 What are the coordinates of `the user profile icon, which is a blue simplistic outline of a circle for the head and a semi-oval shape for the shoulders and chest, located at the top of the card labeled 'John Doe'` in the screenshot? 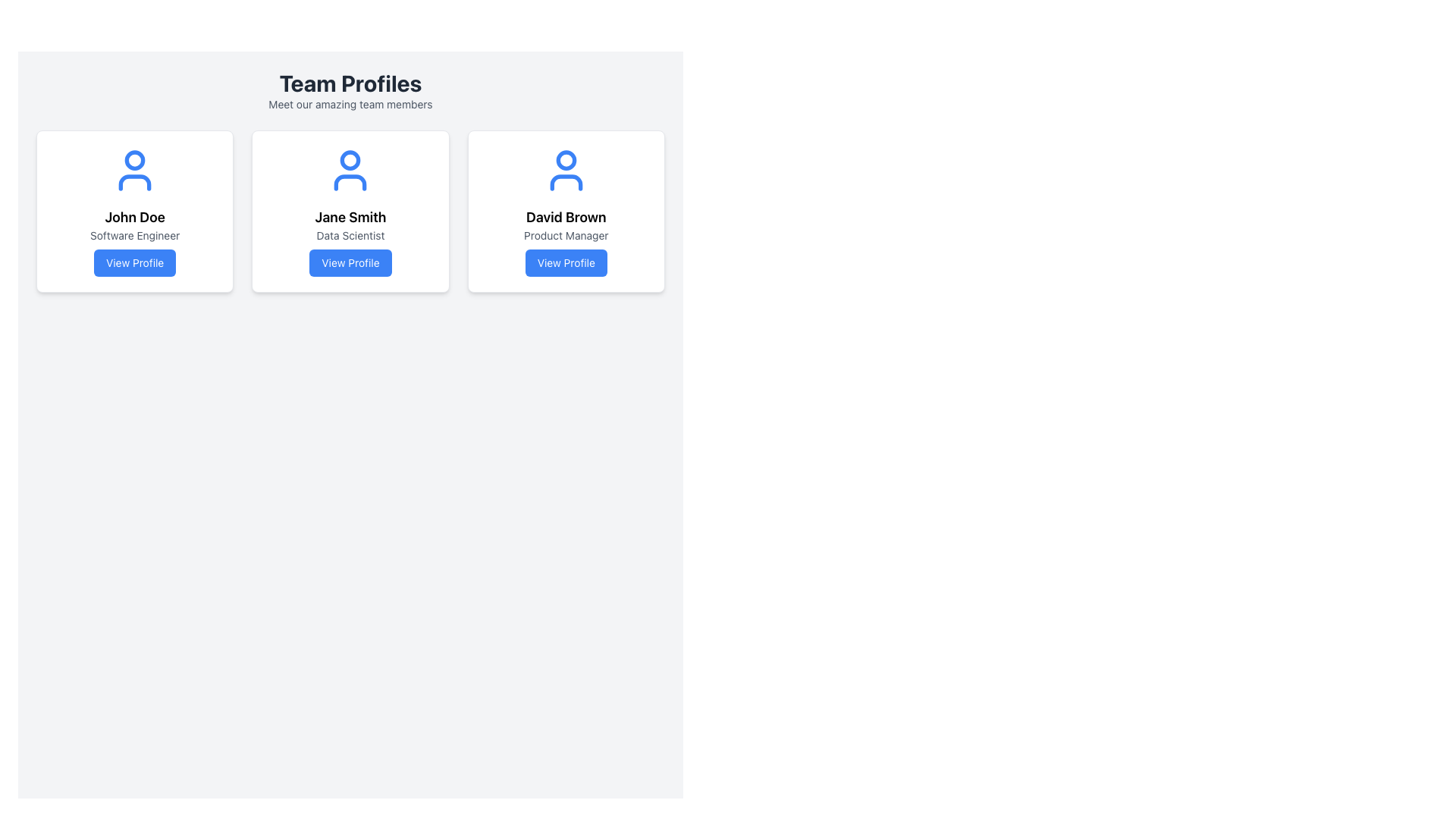 It's located at (135, 170).